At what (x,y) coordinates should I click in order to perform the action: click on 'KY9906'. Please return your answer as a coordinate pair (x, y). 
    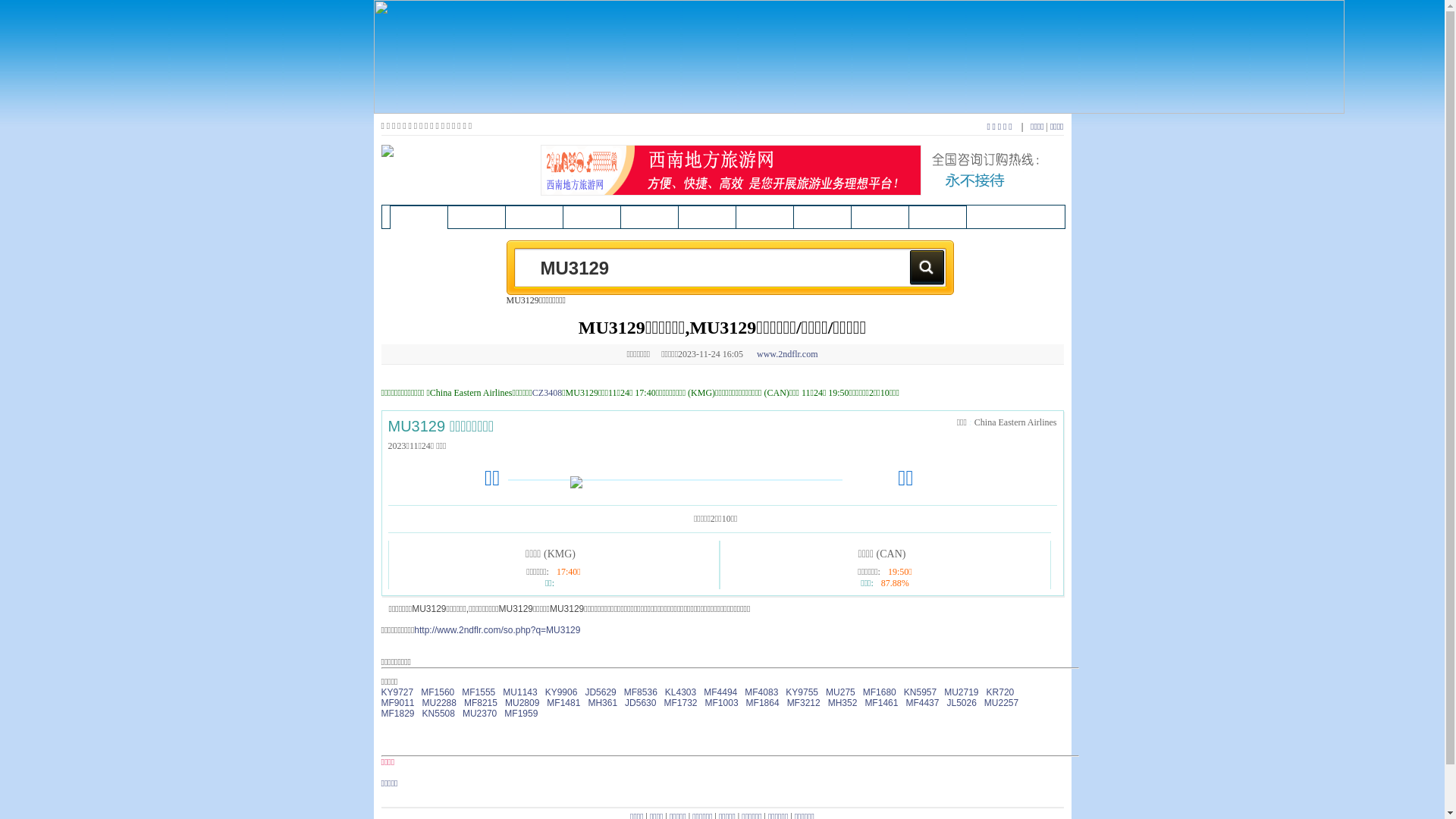
    Looking at the image, I should click on (560, 692).